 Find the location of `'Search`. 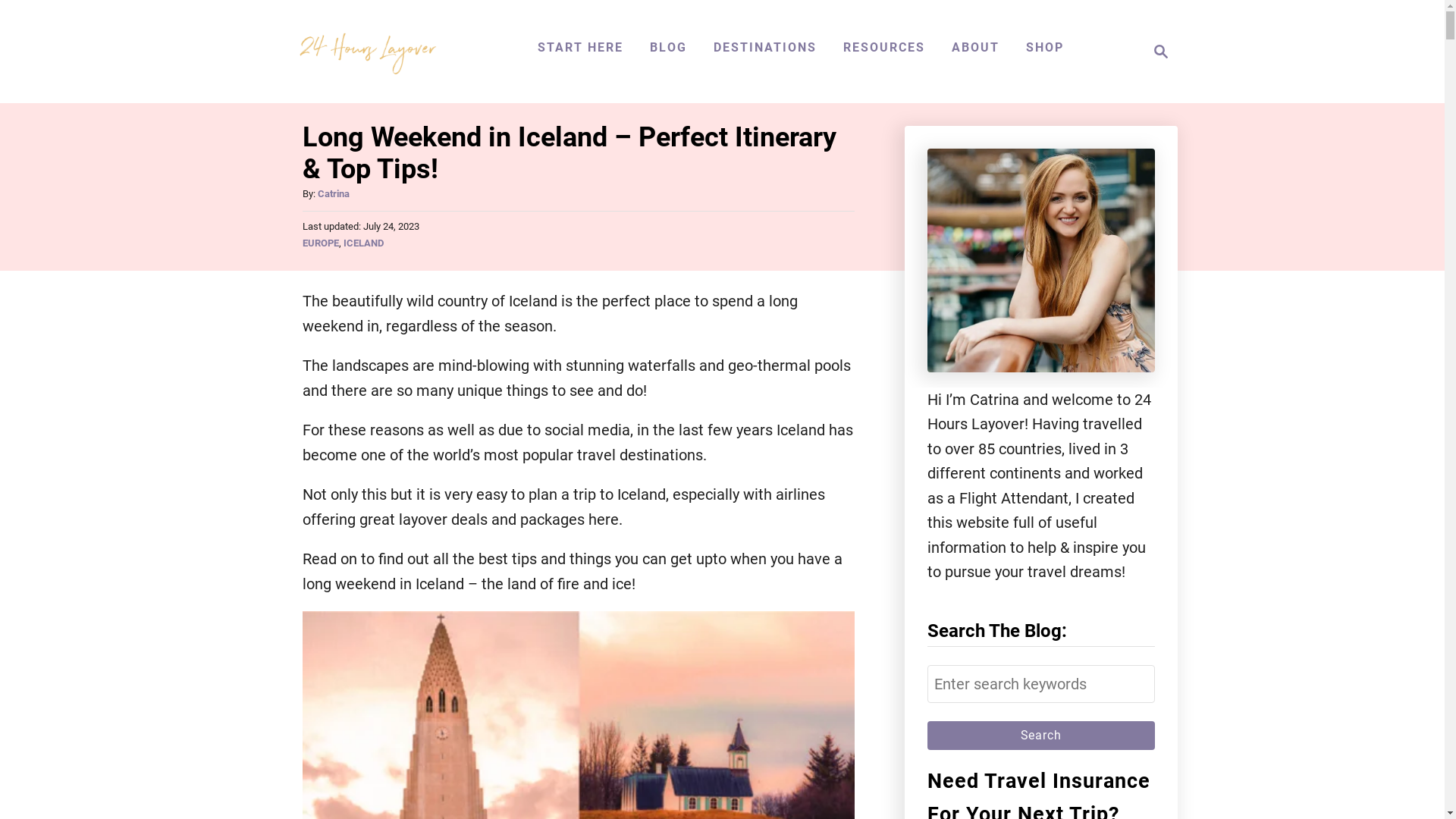

'Search is located at coordinates (1156, 51).